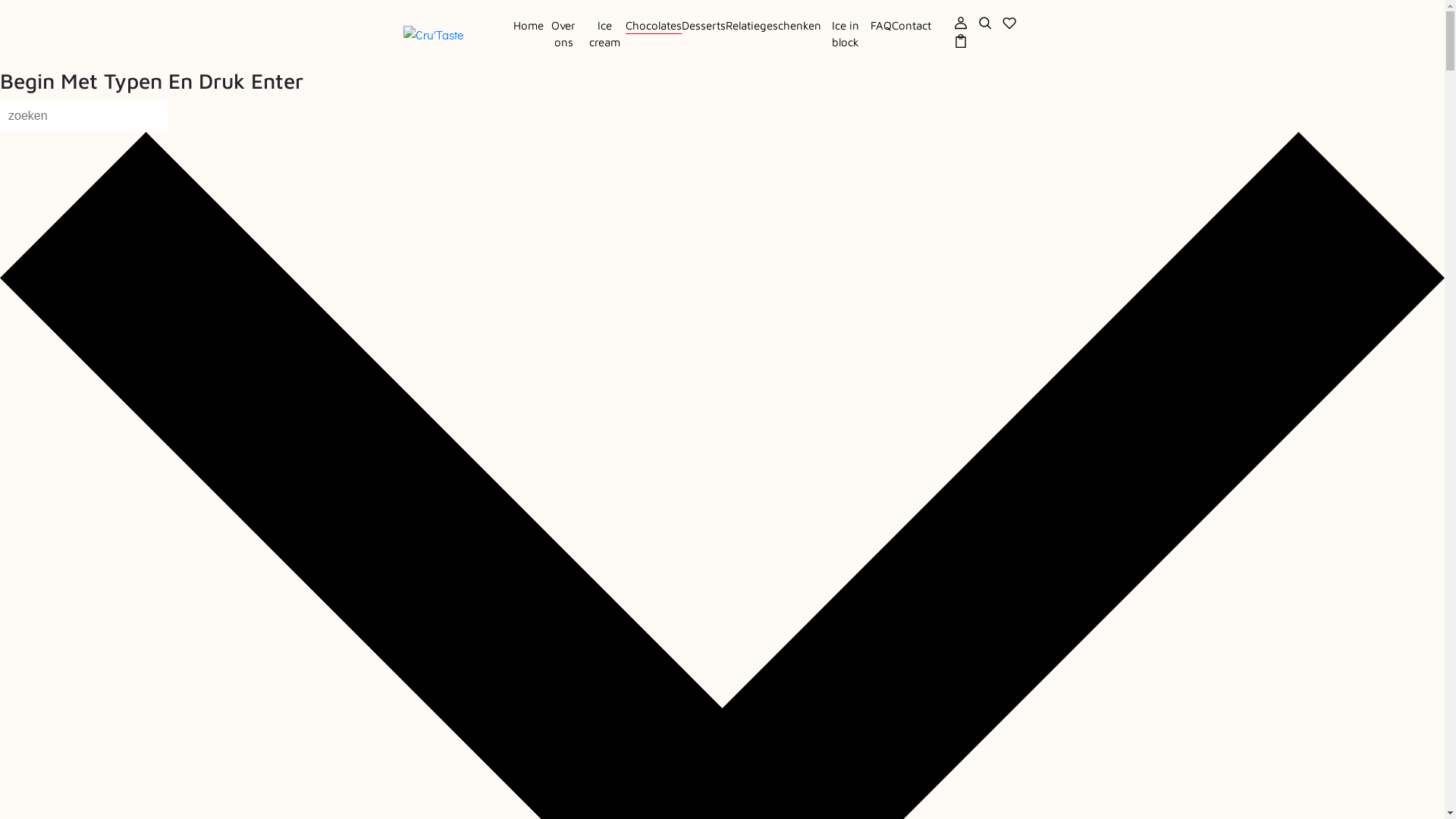 The image size is (1456, 819). What do you see at coordinates (880, 25) in the screenshot?
I see `'FAQ'` at bounding box center [880, 25].